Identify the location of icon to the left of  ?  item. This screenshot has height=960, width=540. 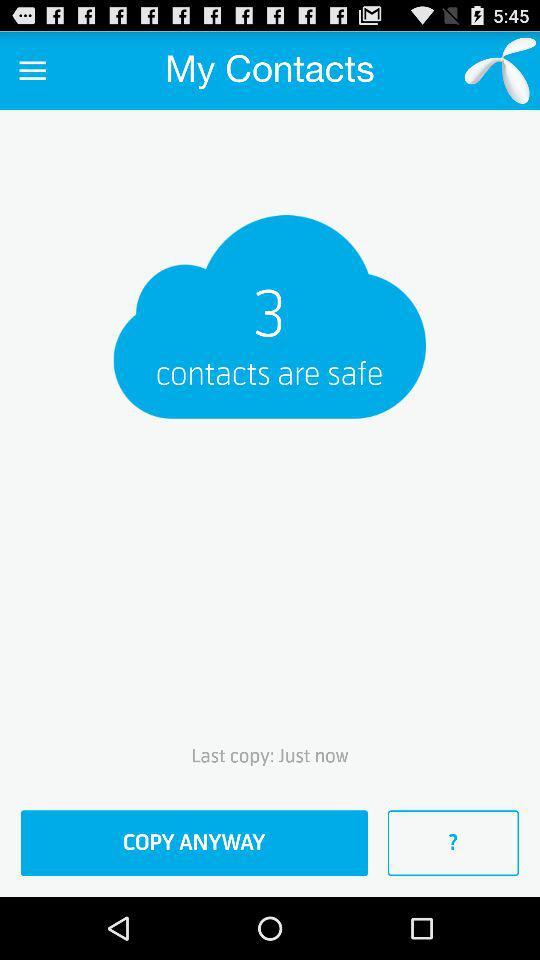
(194, 842).